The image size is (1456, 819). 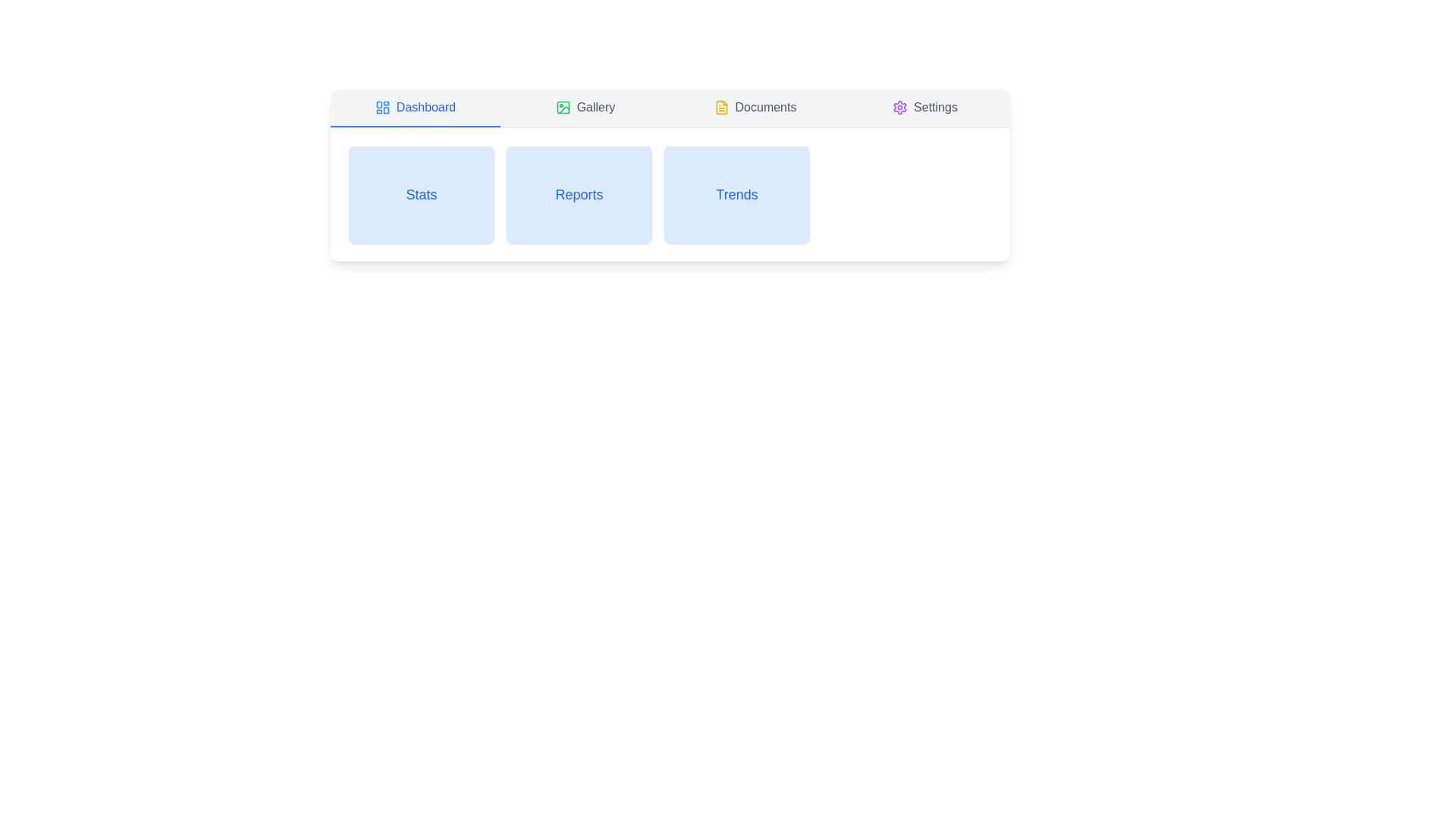 I want to click on the Navigation Tab element, which consists of a yellow file-like icon followed by the text 'Documents', located in the horizontal navigation bar at the top of the interface, so click(x=755, y=107).